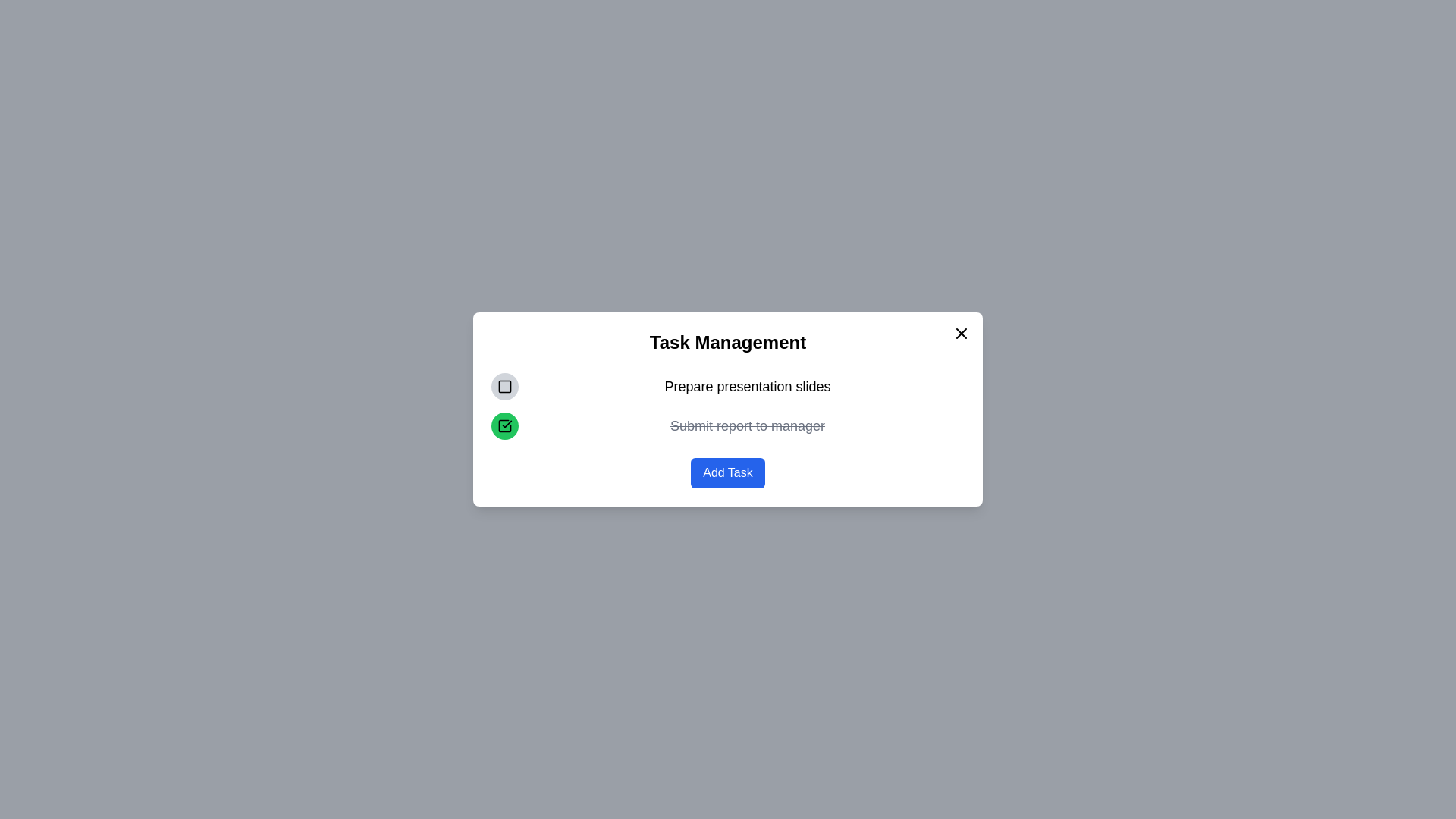  Describe the element at coordinates (960, 332) in the screenshot. I see `the 'X' icon located in the top-right corner of the 'Task Management' modal dialog` at that location.